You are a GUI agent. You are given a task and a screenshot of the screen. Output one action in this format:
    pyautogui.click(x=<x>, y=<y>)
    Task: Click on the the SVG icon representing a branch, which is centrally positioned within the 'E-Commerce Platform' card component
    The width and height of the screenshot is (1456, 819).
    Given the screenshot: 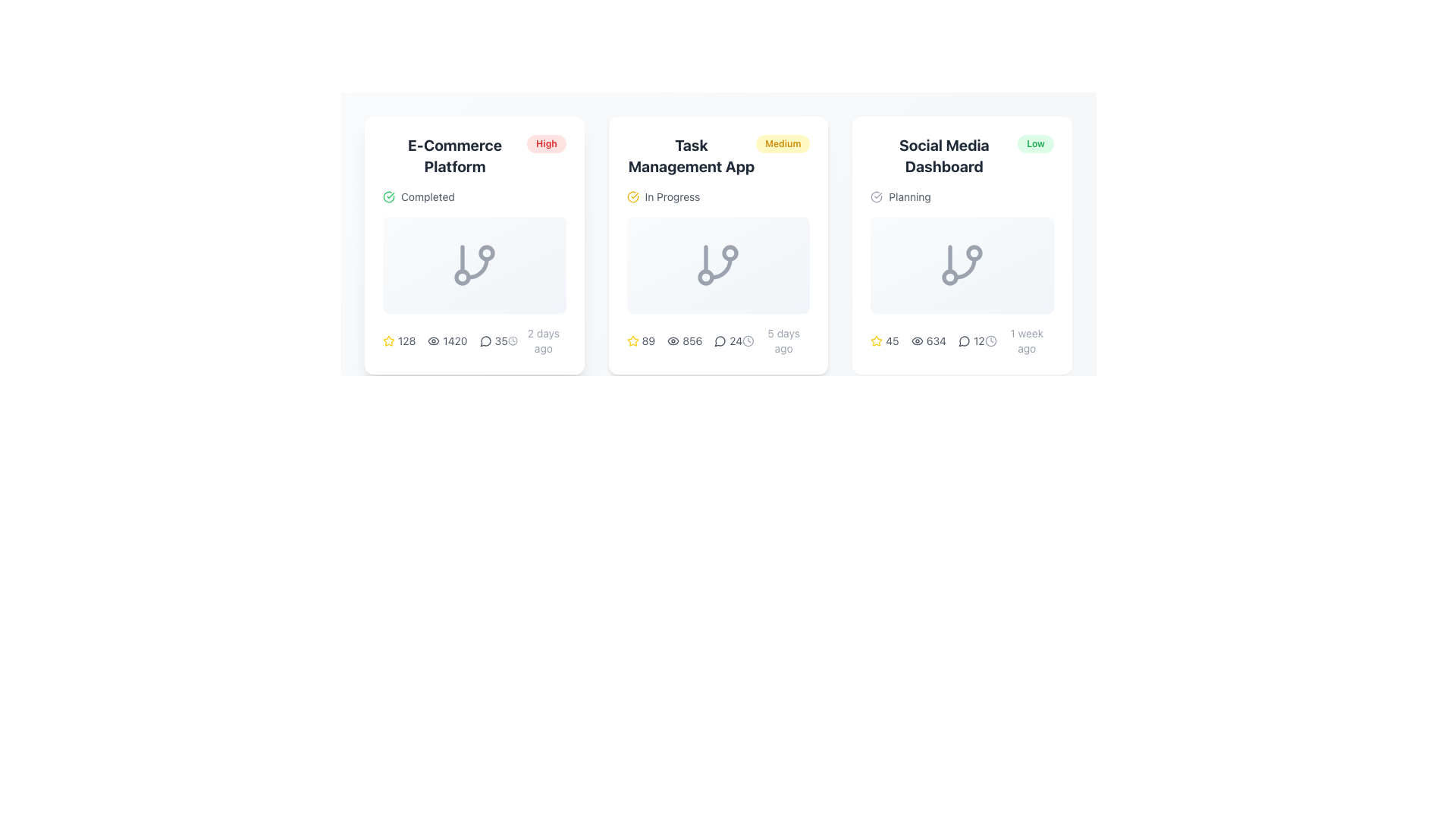 What is the action you would take?
    pyautogui.click(x=473, y=265)
    